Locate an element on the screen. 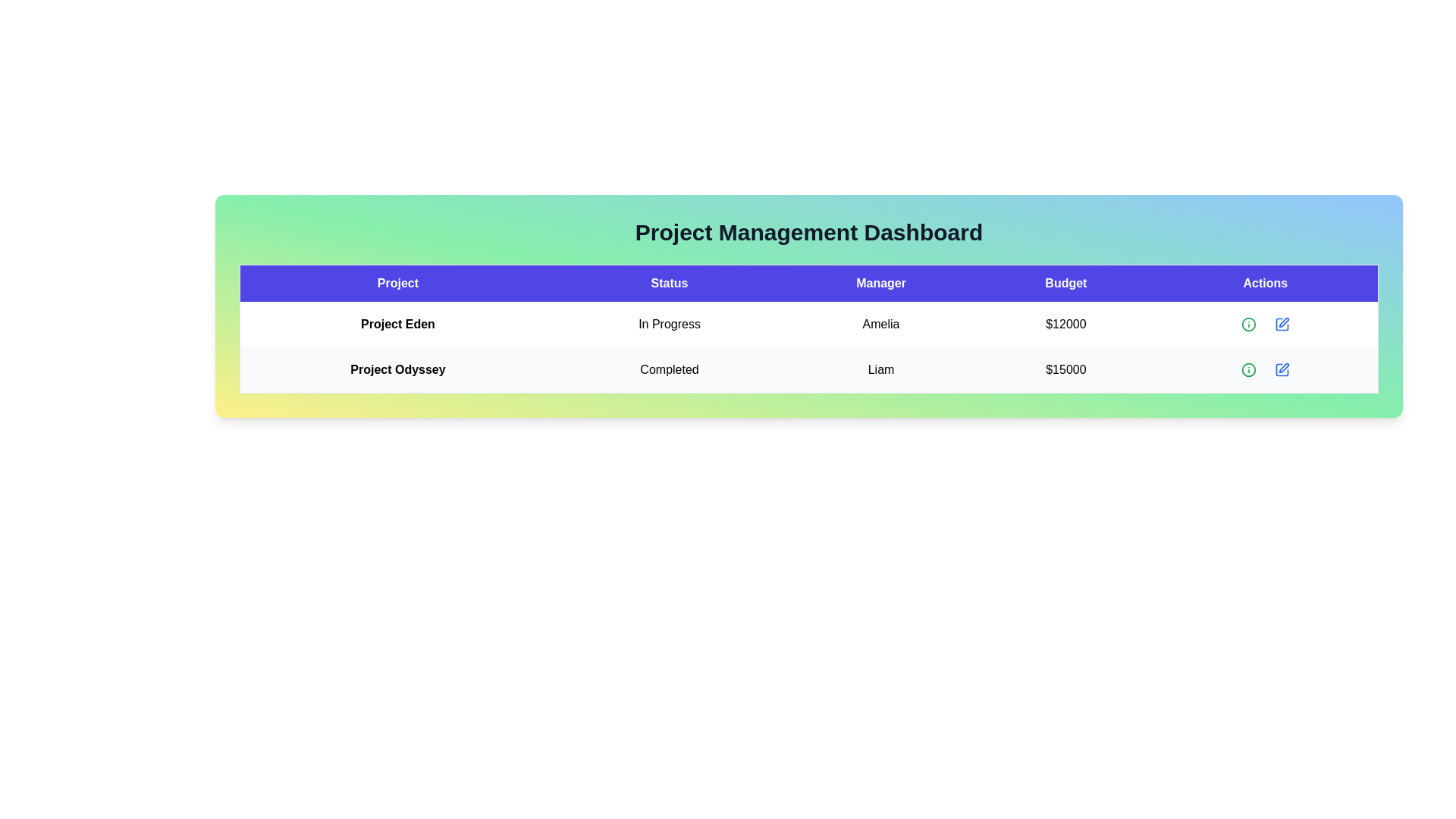  the 'Manager' text label in the third column of the blue header row in the table, which features white centered text on a blue background is located at coordinates (880, 283).